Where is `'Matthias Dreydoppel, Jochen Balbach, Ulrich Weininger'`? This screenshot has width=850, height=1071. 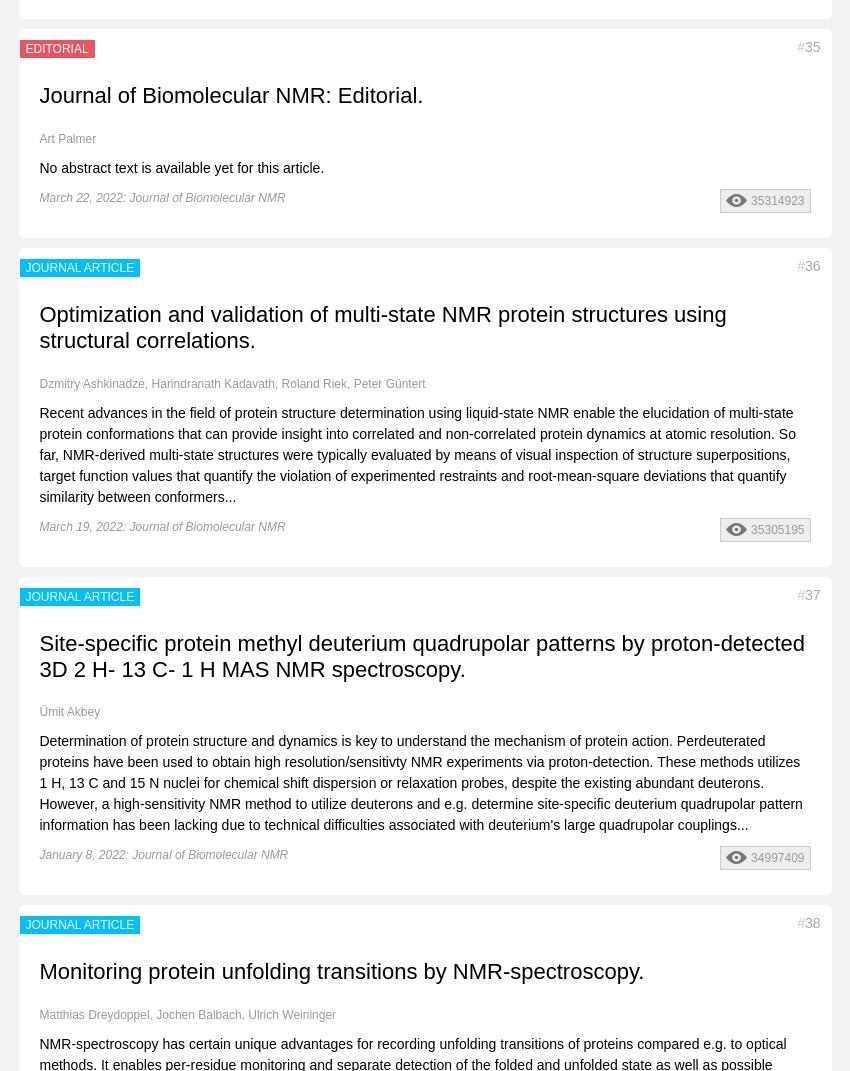
'Matthias Dreydoppel, Jochen Balbach, Ulrich Weininger' is located at coordinates (186, 1014).